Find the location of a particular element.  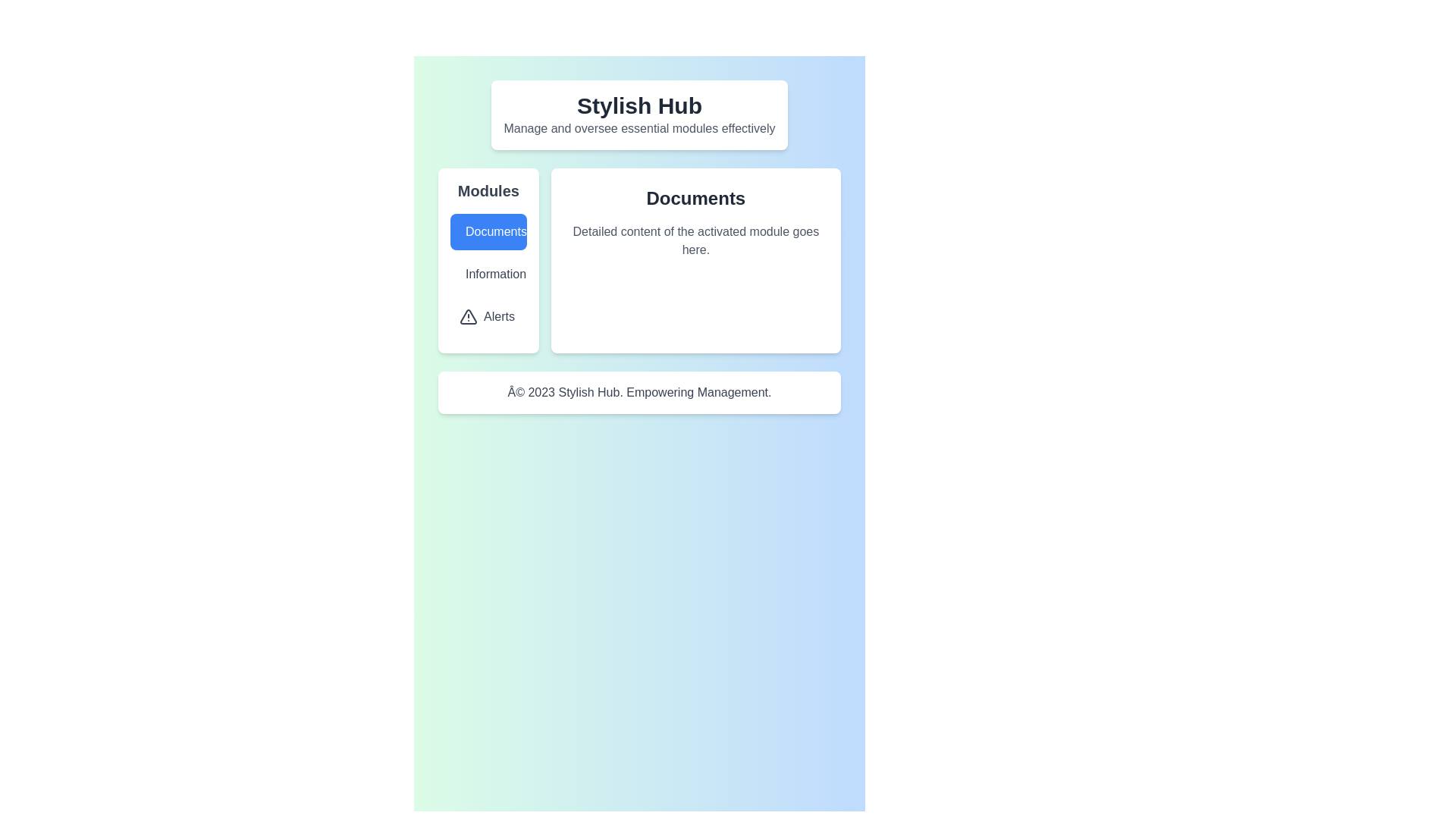

the static text element that reads '© 2023 Stylish Hub. Empowering Management.' located at the bottom center of a rounded white card is located at coordinates (639, 391).